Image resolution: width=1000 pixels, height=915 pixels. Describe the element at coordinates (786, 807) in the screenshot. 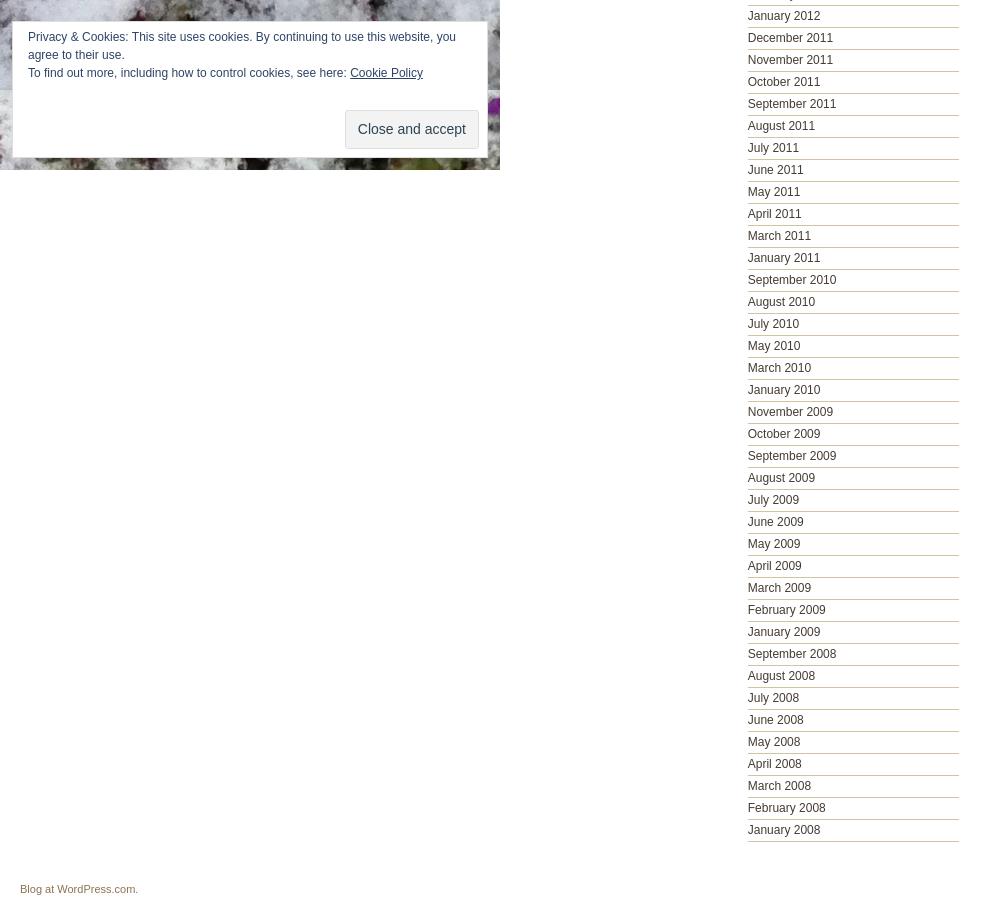

I see `'February 2008'` at that location.